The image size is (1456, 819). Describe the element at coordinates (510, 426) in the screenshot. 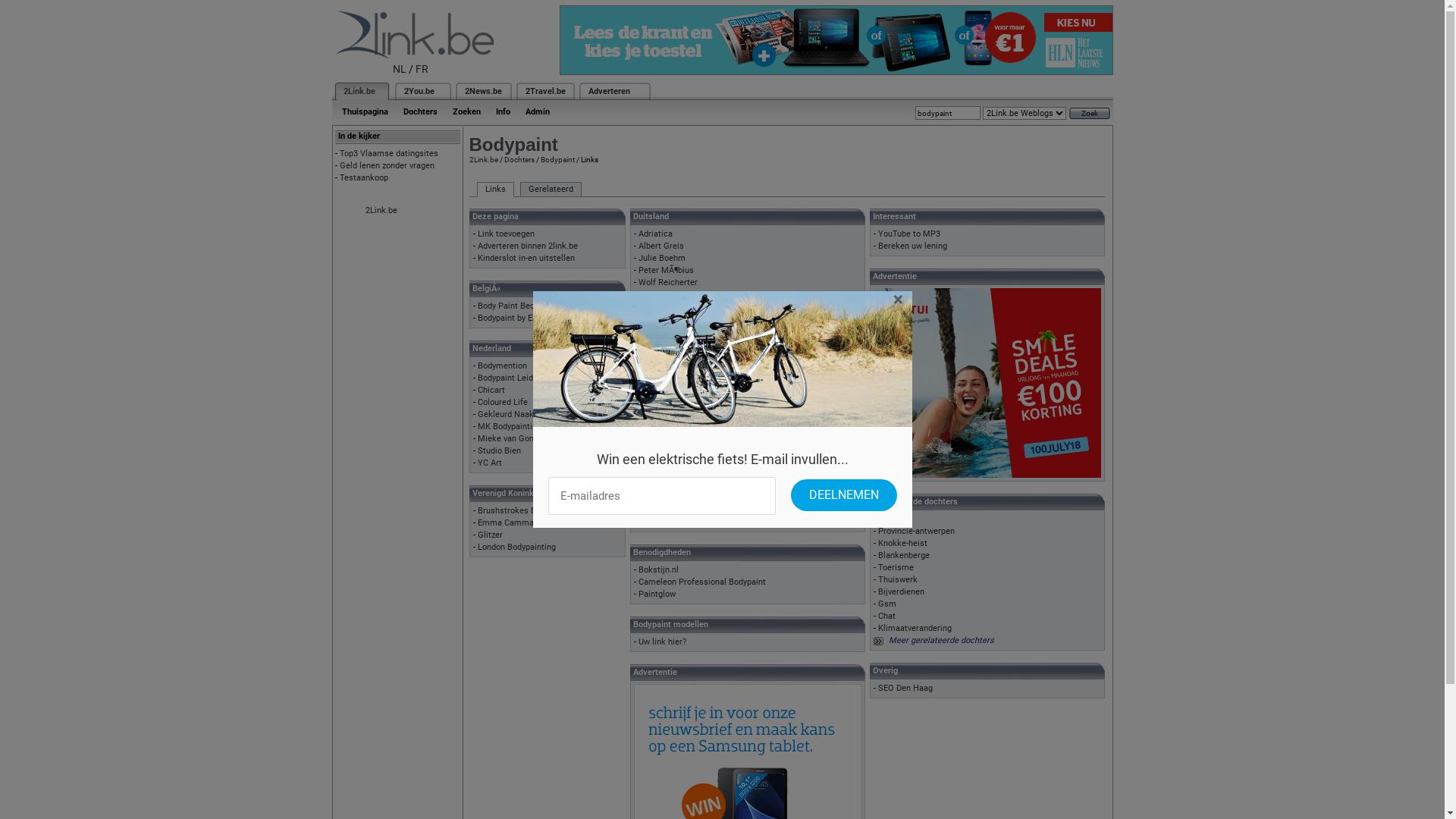

I see `'MK Bodypainting'` at that location.